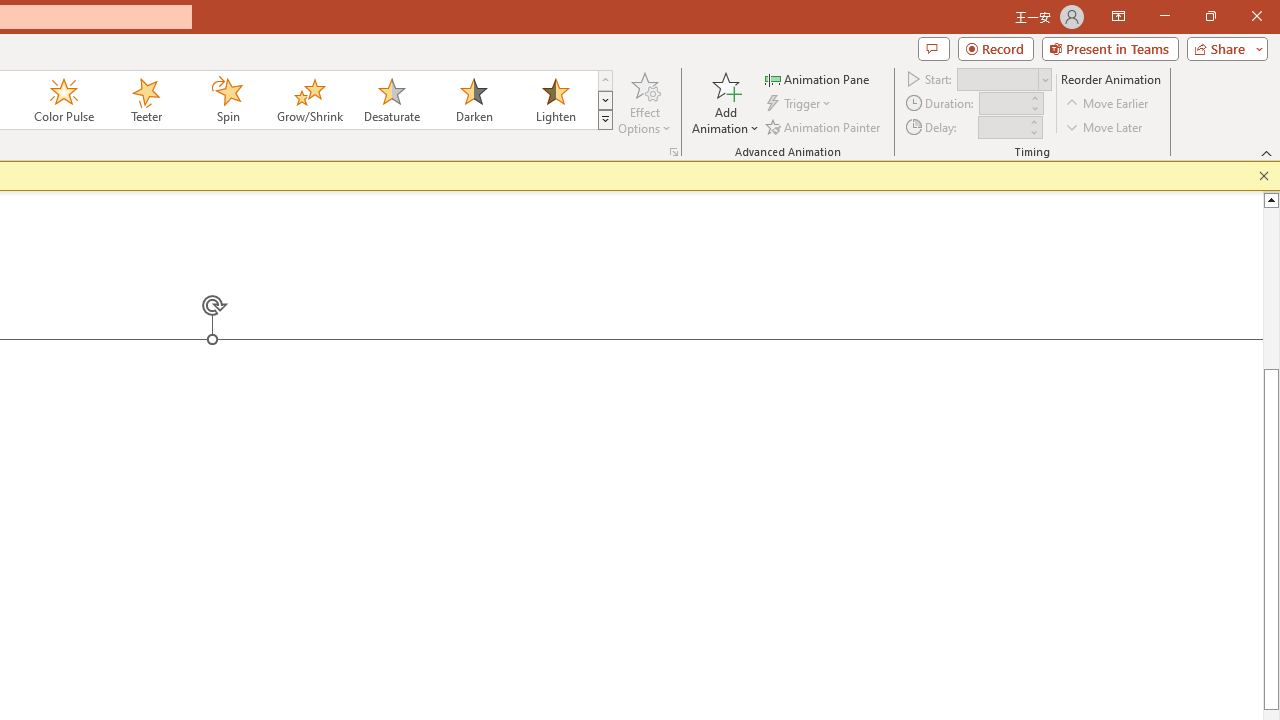  What do you see at coordinates (1033, 121) in the screenshot?
I see `'More'` at bounding box center [1033, 121].